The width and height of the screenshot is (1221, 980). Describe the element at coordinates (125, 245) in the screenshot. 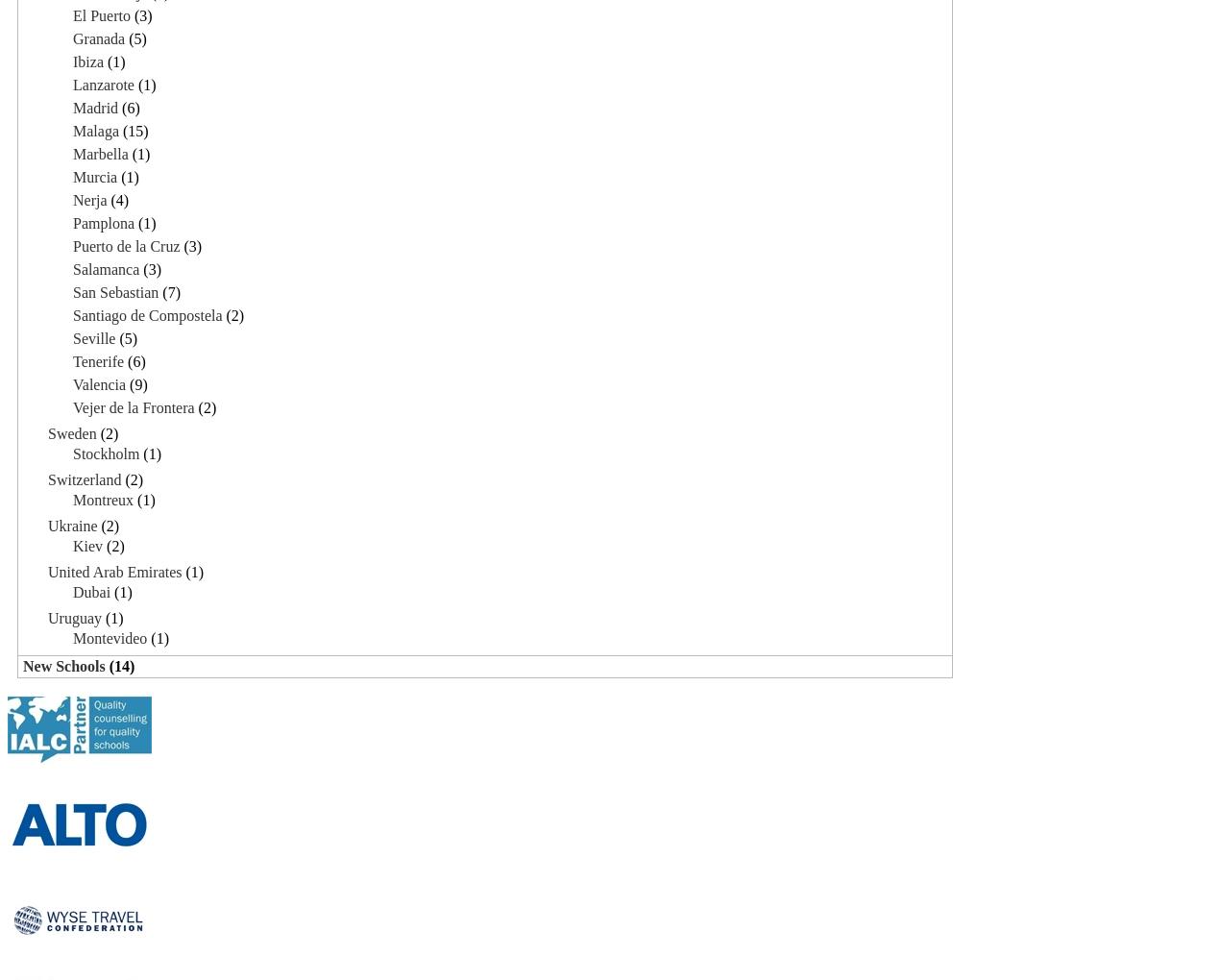

I see `'Puerto de la Cruz'` at that location.